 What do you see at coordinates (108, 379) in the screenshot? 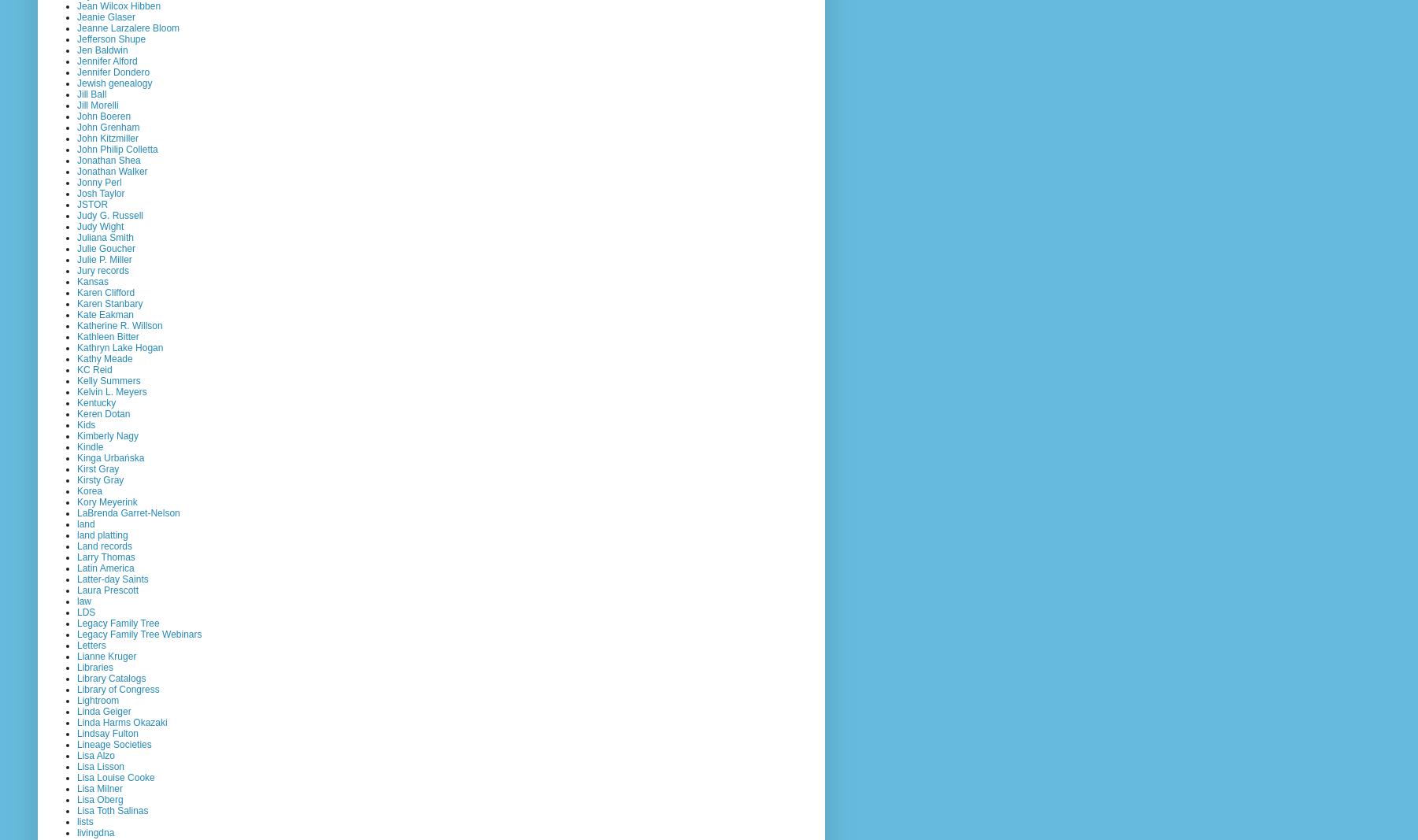
I see `'Kelly Summers'` at bounding box center [108, 379].